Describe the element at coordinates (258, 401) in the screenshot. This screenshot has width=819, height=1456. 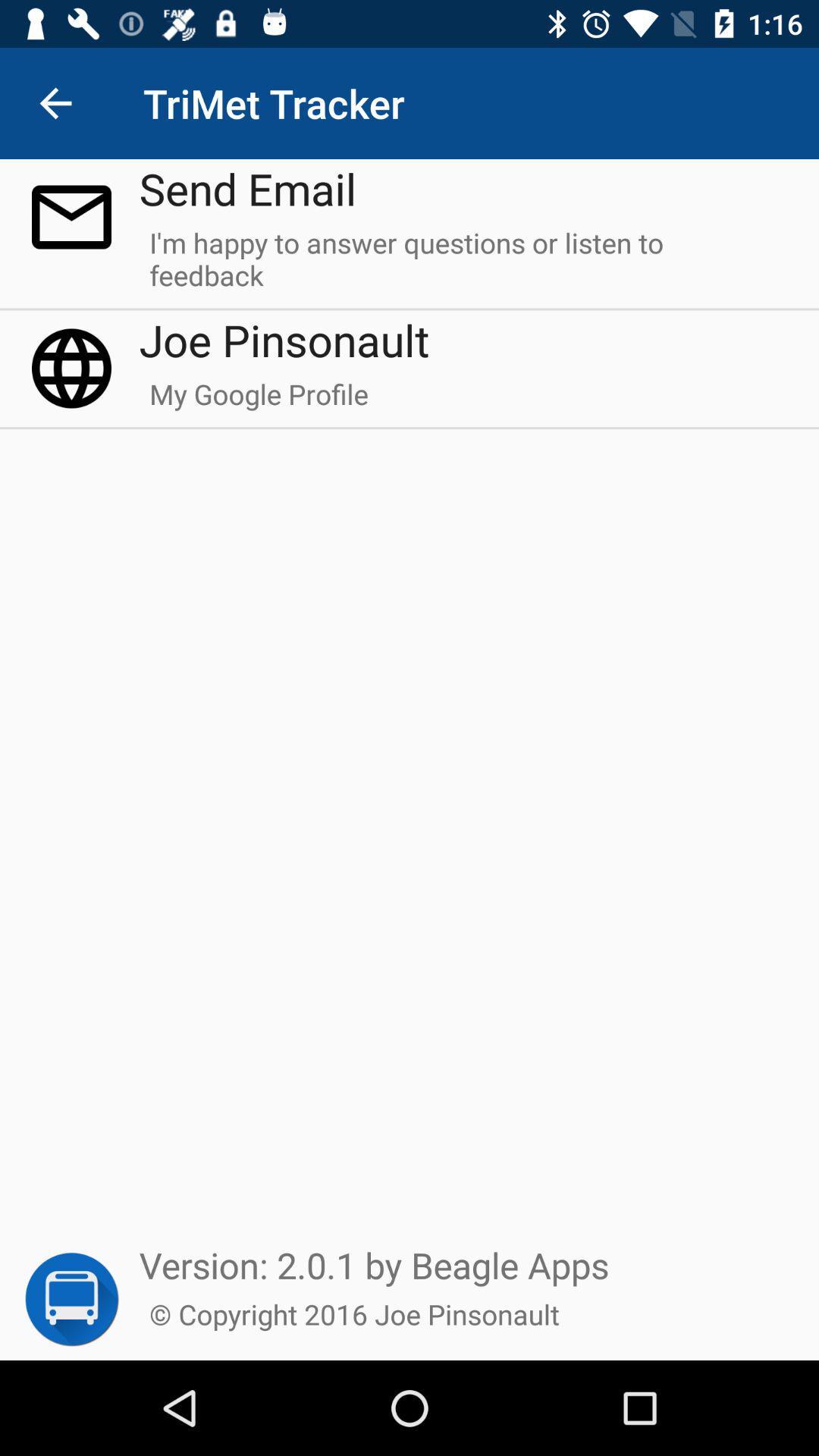
I see `the item above the version 2 0` at that location.